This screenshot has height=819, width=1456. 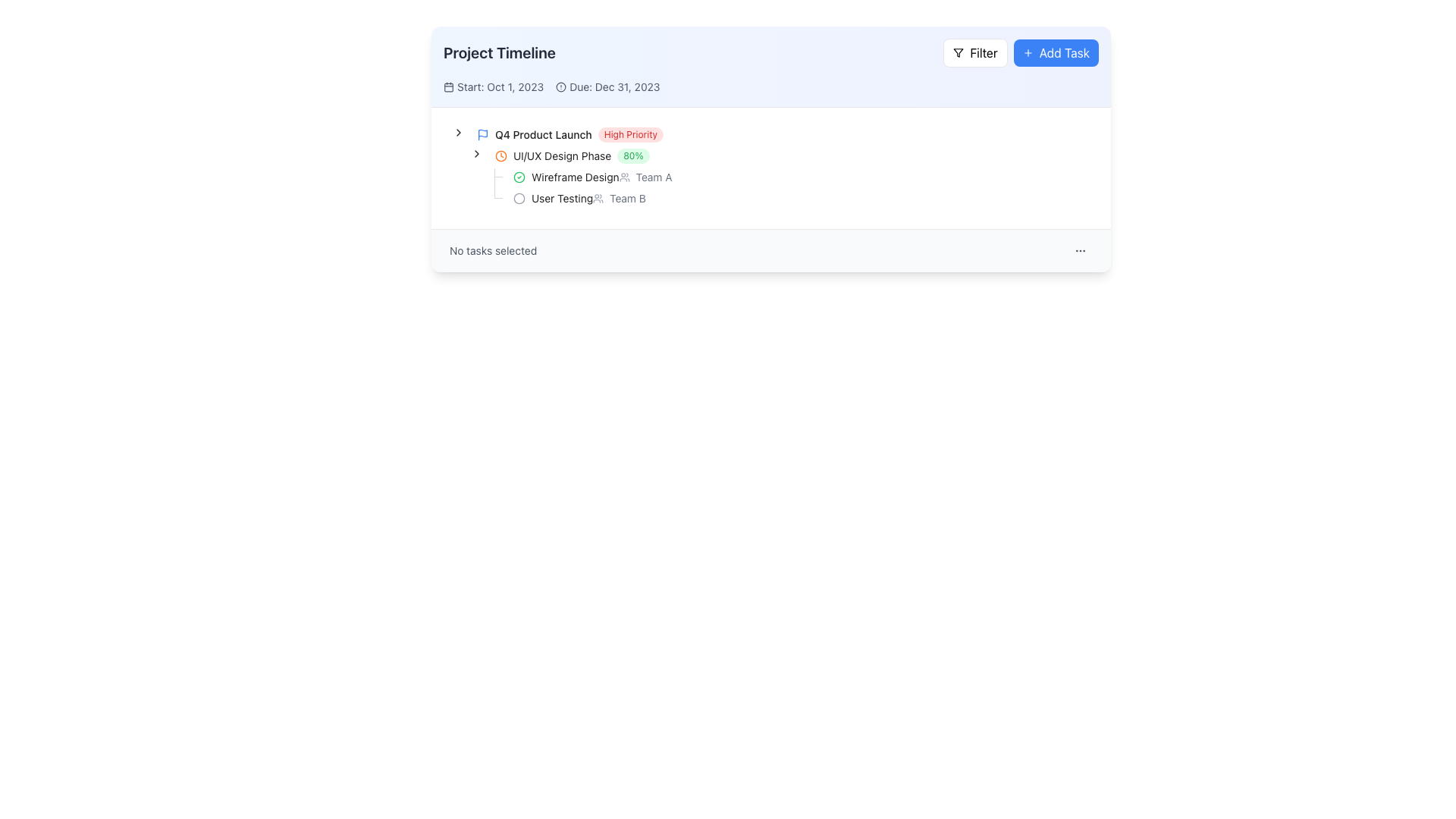 What do you see at coordinates (619, 198) in the screenshot?
I see `text label indicating 'User Testing' which is part of a project management interface, located near the bottom of the 'UI/UX Design Phase' section, following the 'User Testing' label and positioned to the right of the circular user group icon` at bounding box center [619, 198].